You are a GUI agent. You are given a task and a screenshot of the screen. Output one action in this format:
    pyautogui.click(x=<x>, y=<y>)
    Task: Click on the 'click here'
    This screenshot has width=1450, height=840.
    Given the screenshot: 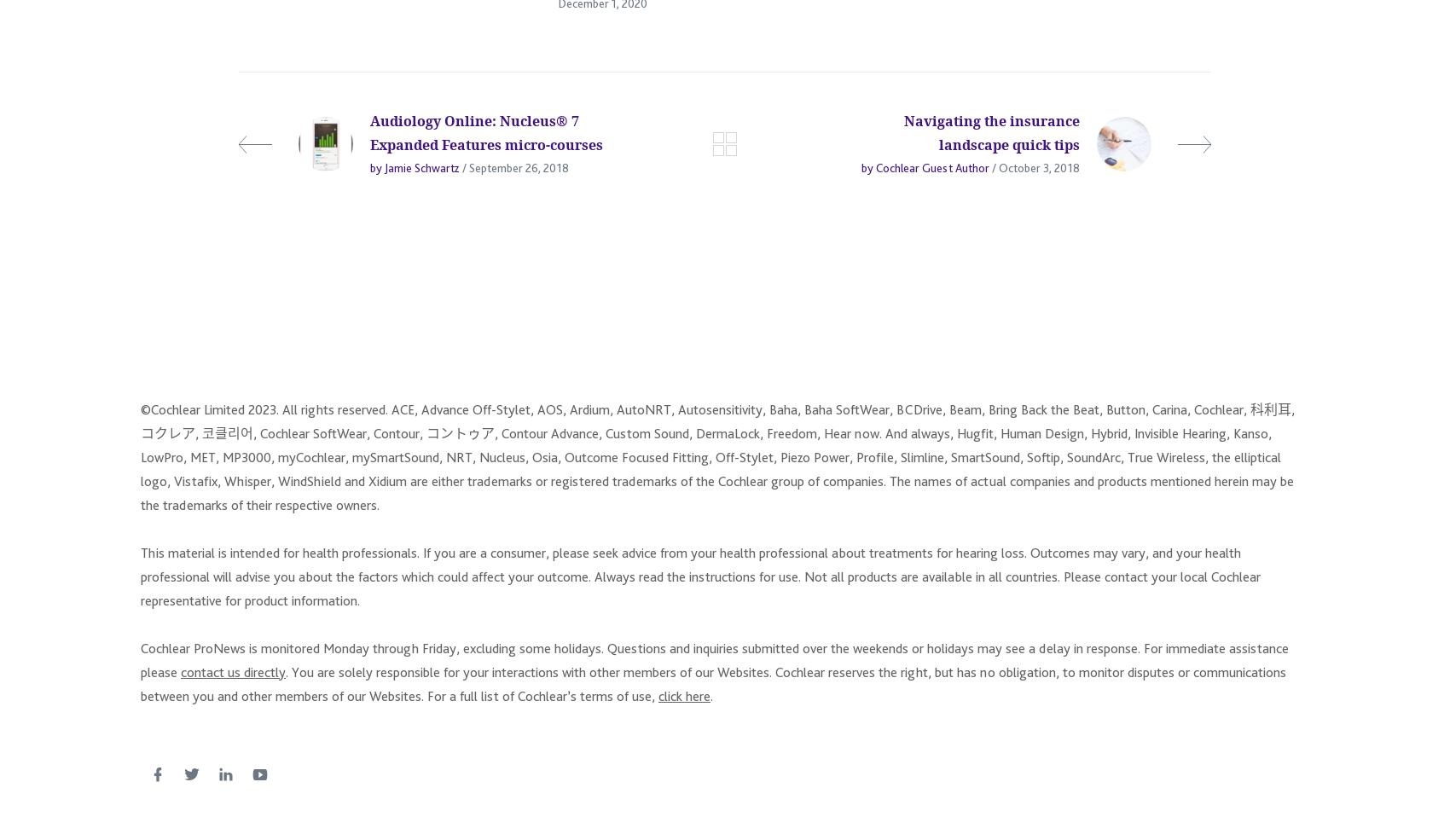 What is the action you would take?
    pyautogui.click(x=683, y=703)
    